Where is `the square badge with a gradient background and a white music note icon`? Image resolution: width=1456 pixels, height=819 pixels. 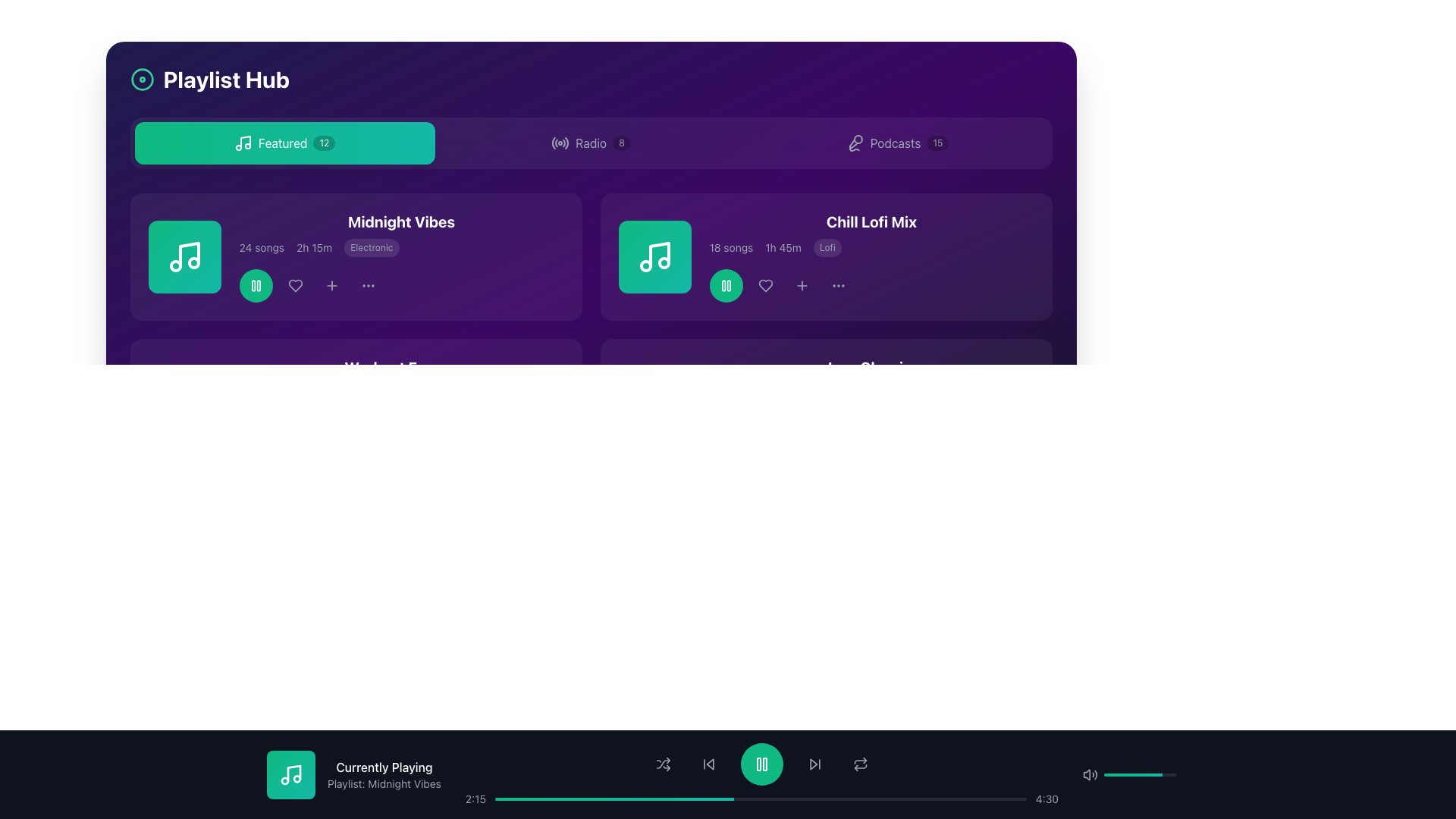
the square badge with a gradient background and a white music note icon is located at coordinates (184, 256).